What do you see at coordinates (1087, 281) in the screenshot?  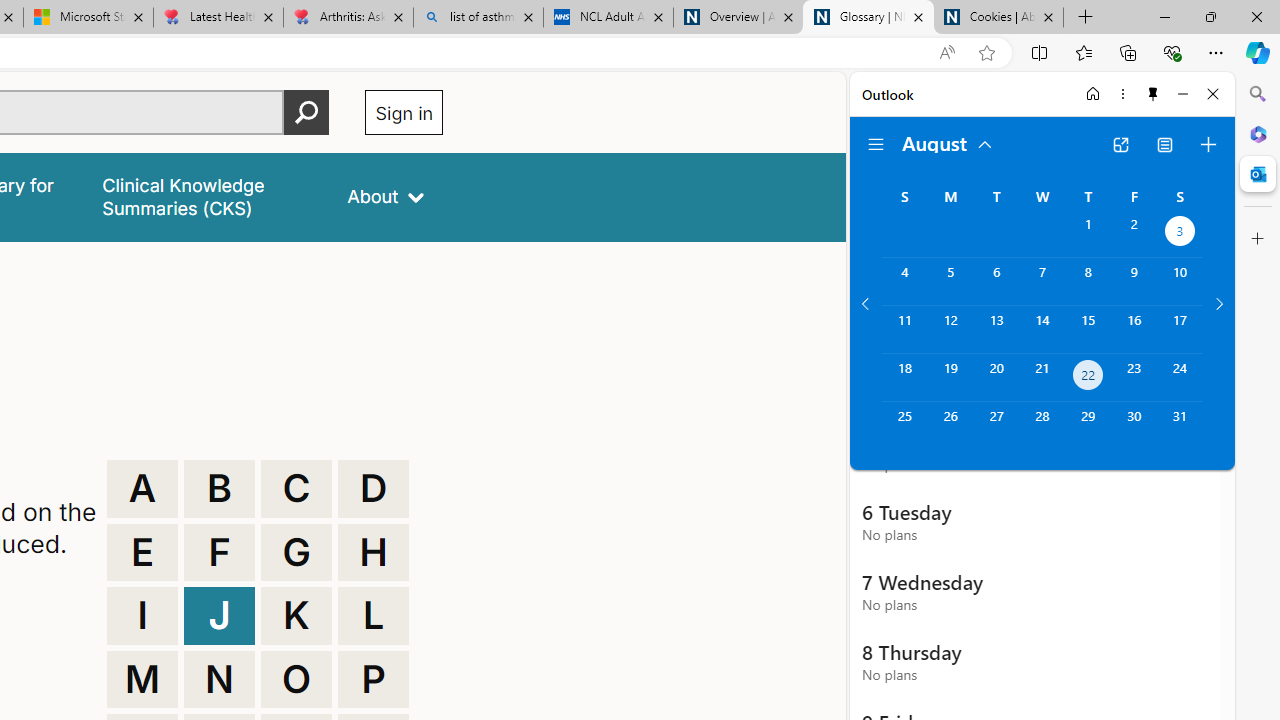 I see `'Thursday, August 8, 2024. '` at bounding box center [1087, 281].